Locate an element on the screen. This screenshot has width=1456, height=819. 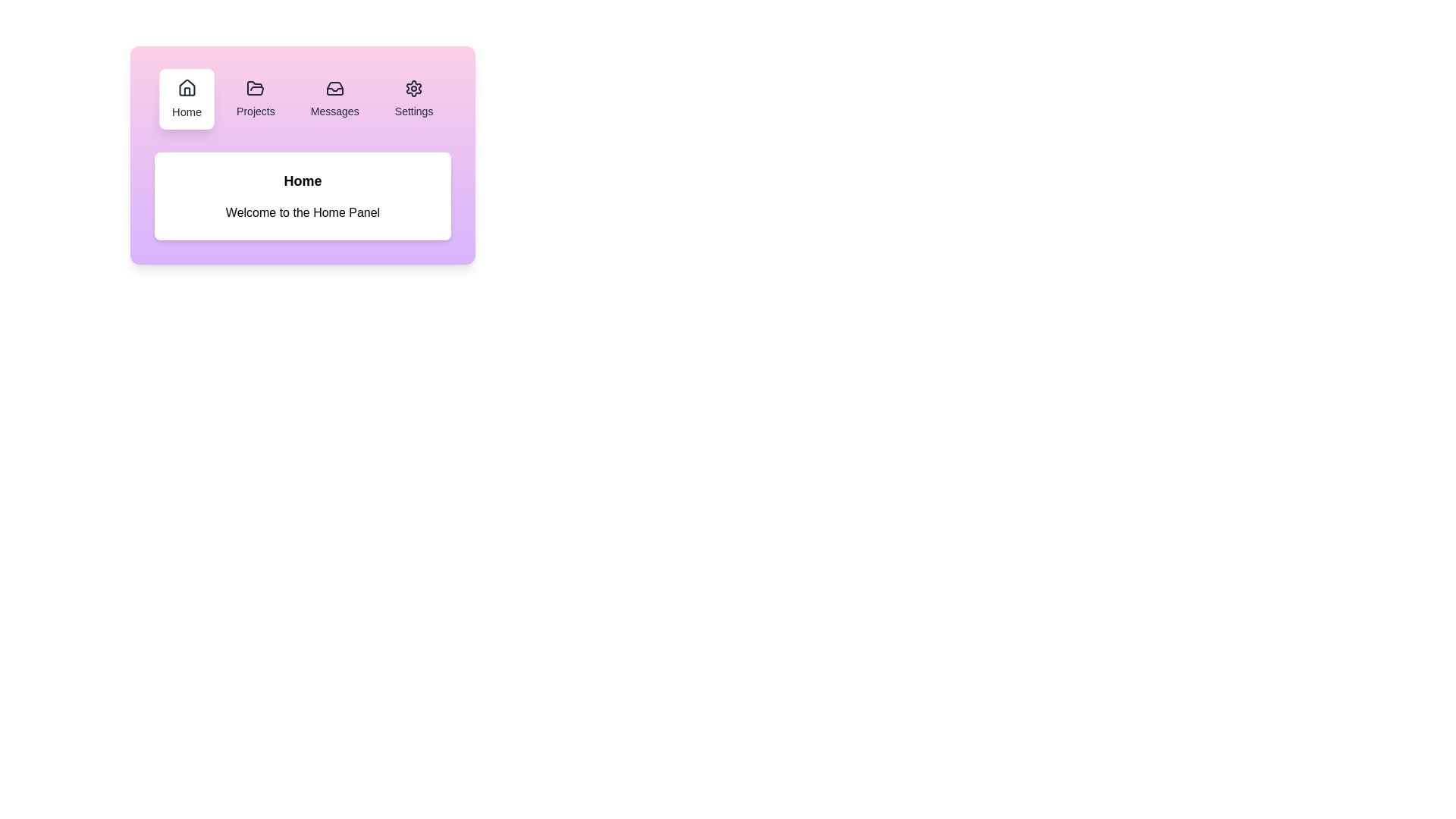
the settings icon, which resembles a gear with interlocking spokes, located in the top-right section of the menu interface labeled 'Settings' is located at coordinates (414, 88).